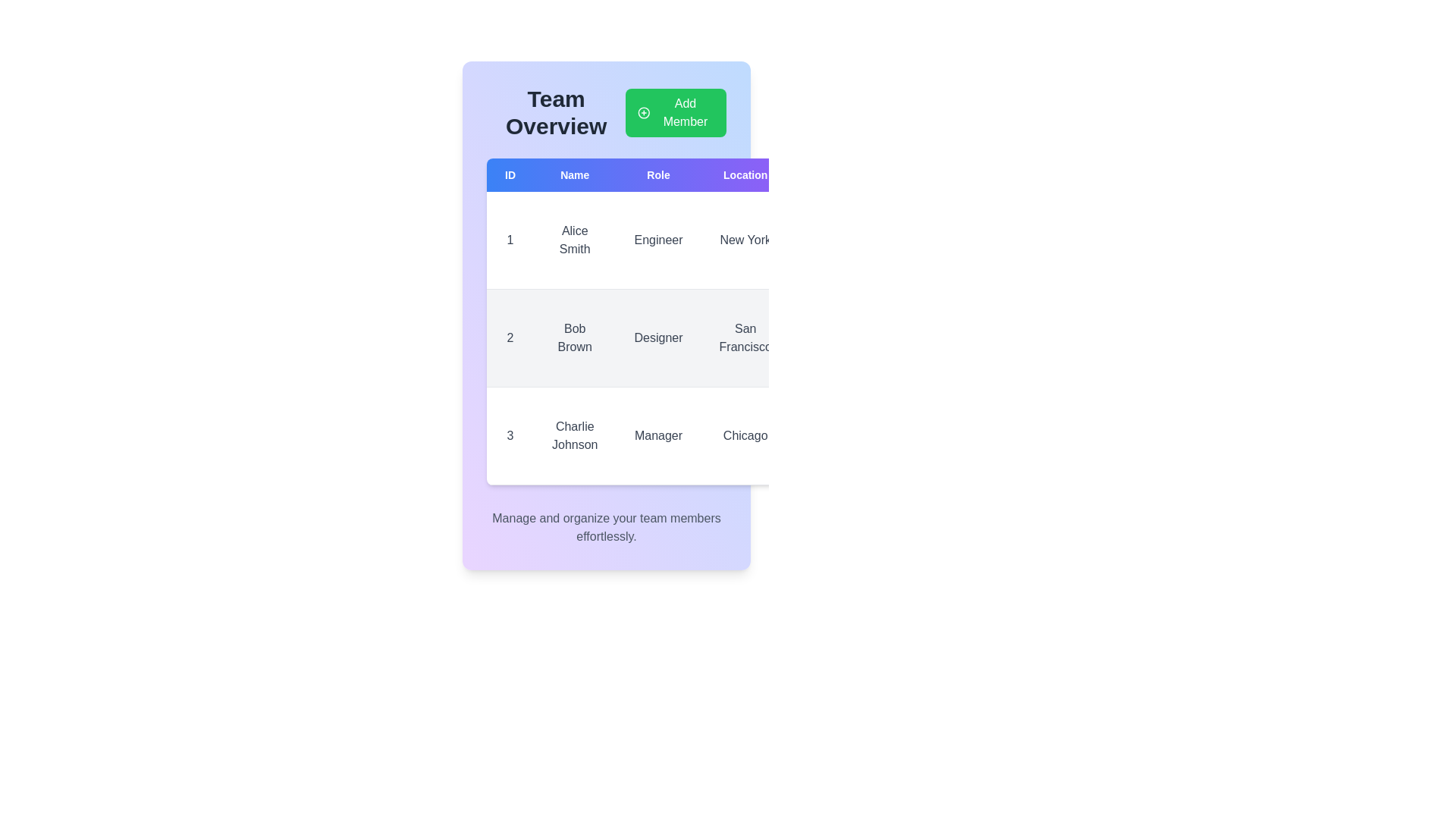 This screenshot has width=1456, height=819. I want to click on the 'Team Overview' headline text label, so click(555, 112).